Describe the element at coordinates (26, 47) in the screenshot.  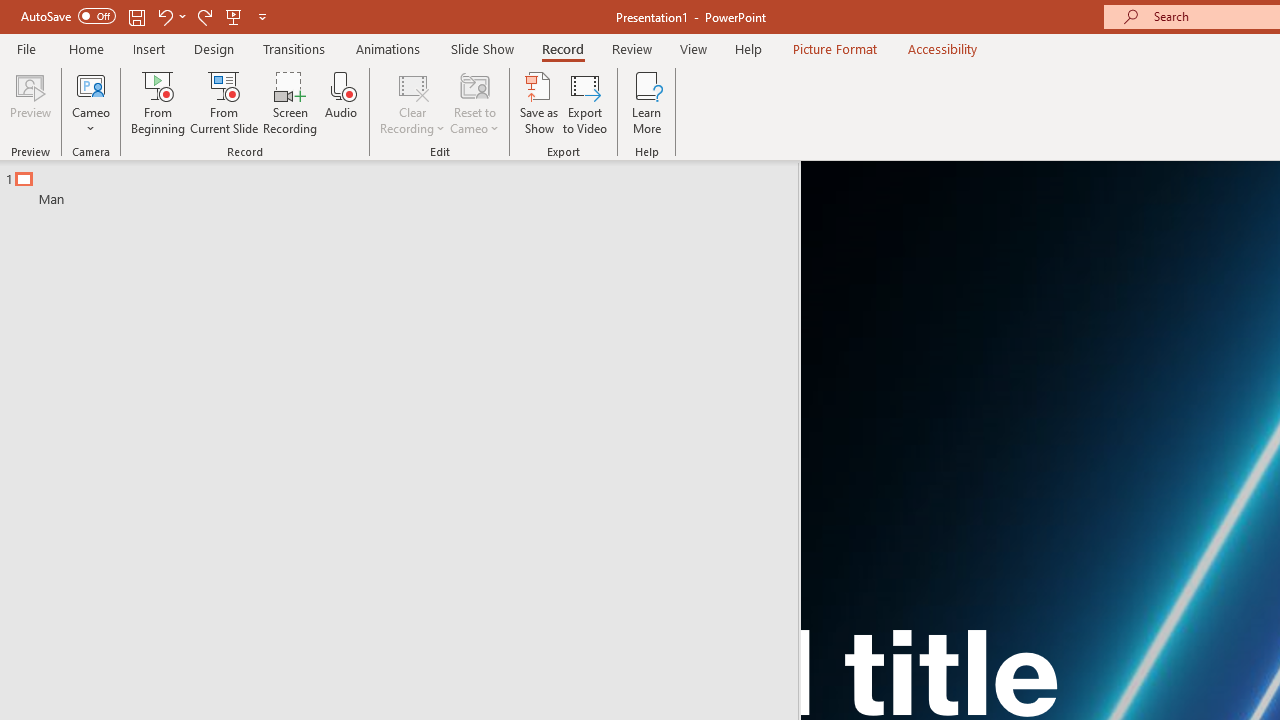
I see `'File Tab'` at that location.